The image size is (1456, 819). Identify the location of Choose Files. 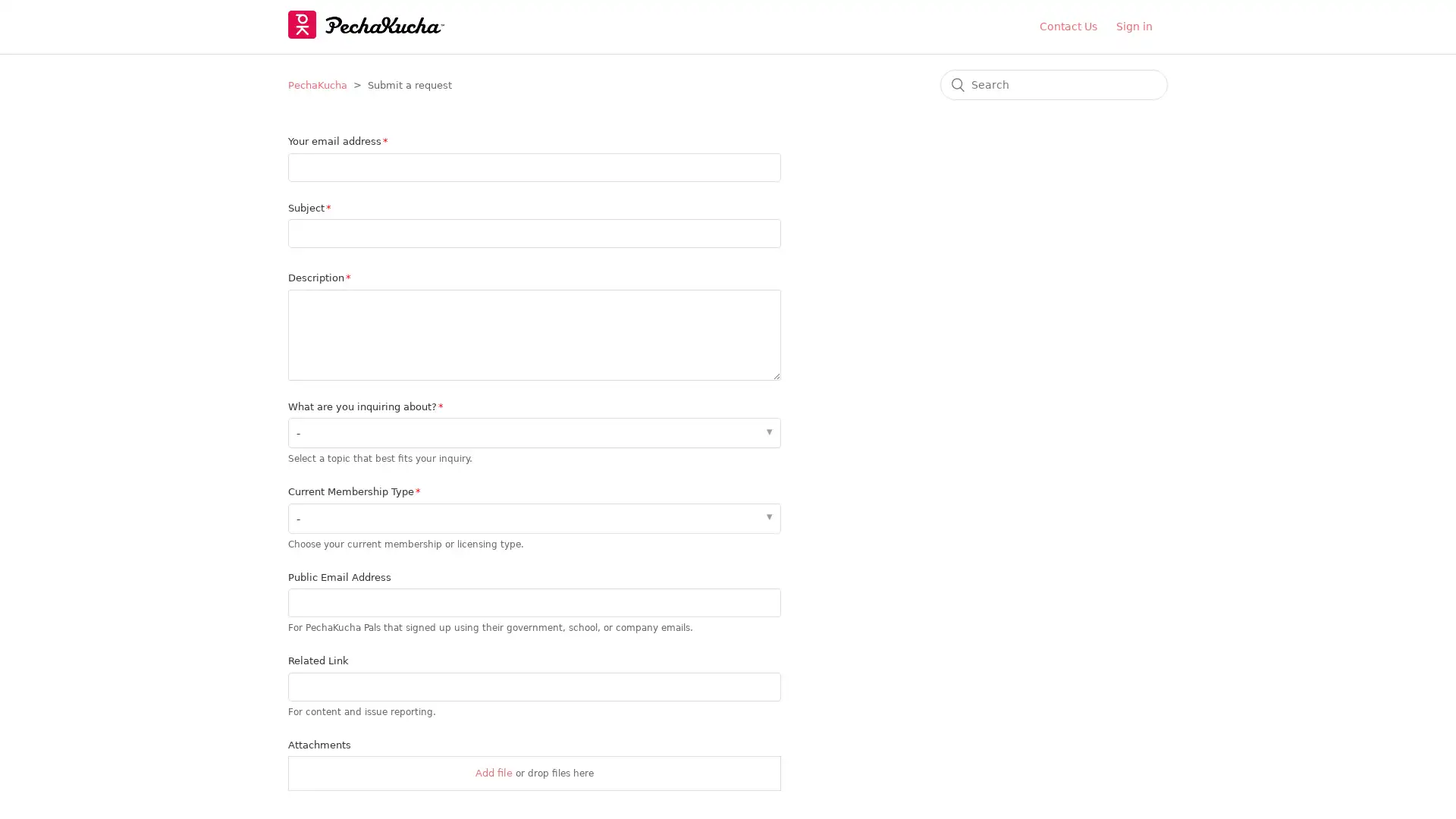
(336, 773).